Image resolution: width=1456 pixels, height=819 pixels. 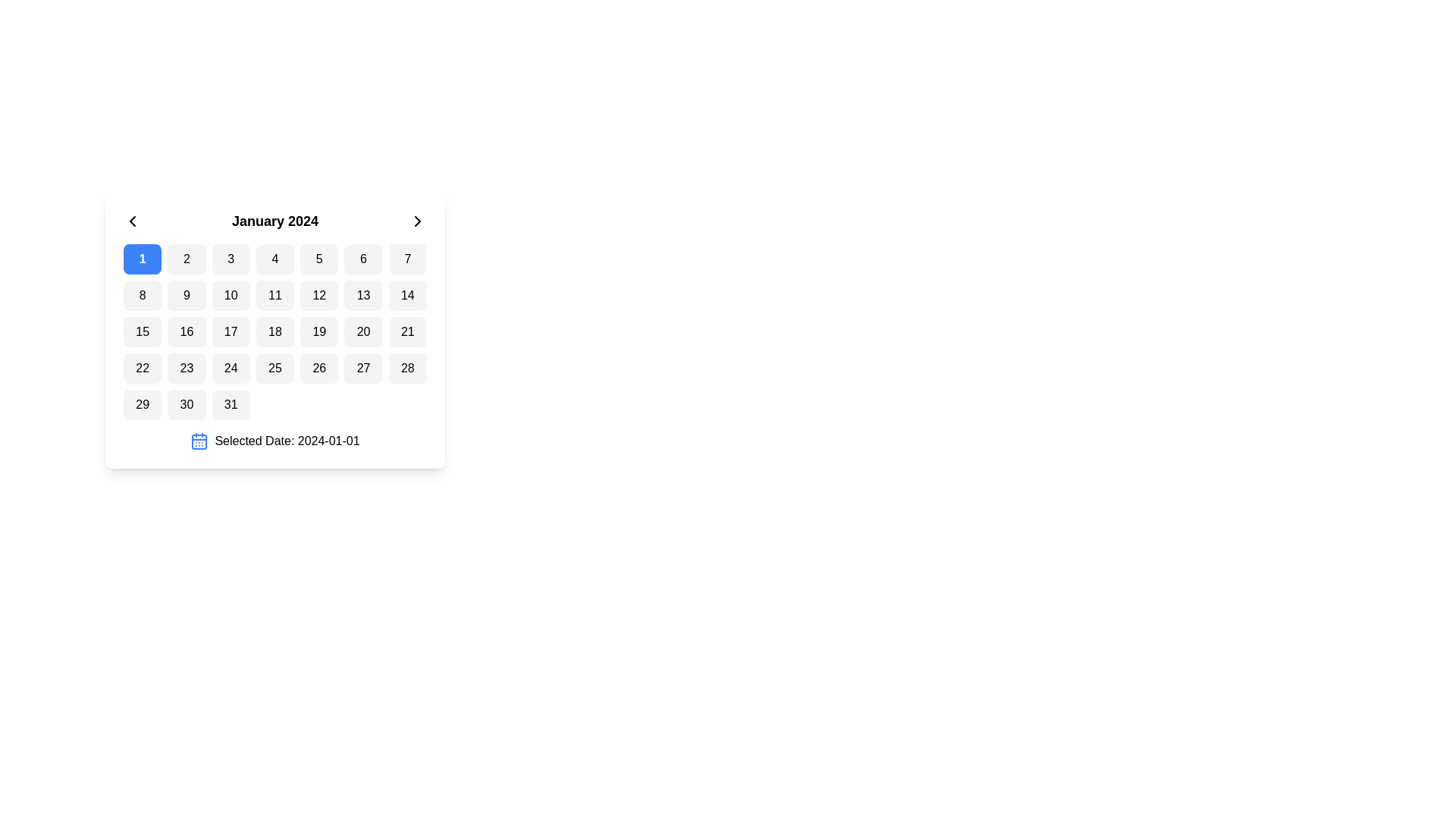 What do you see at coordinates (275, 369) in the screenshot?
I see `the calendar date button displaying the number '25' in a bold font within the date-picker interface` at bounding box center [275, 369].